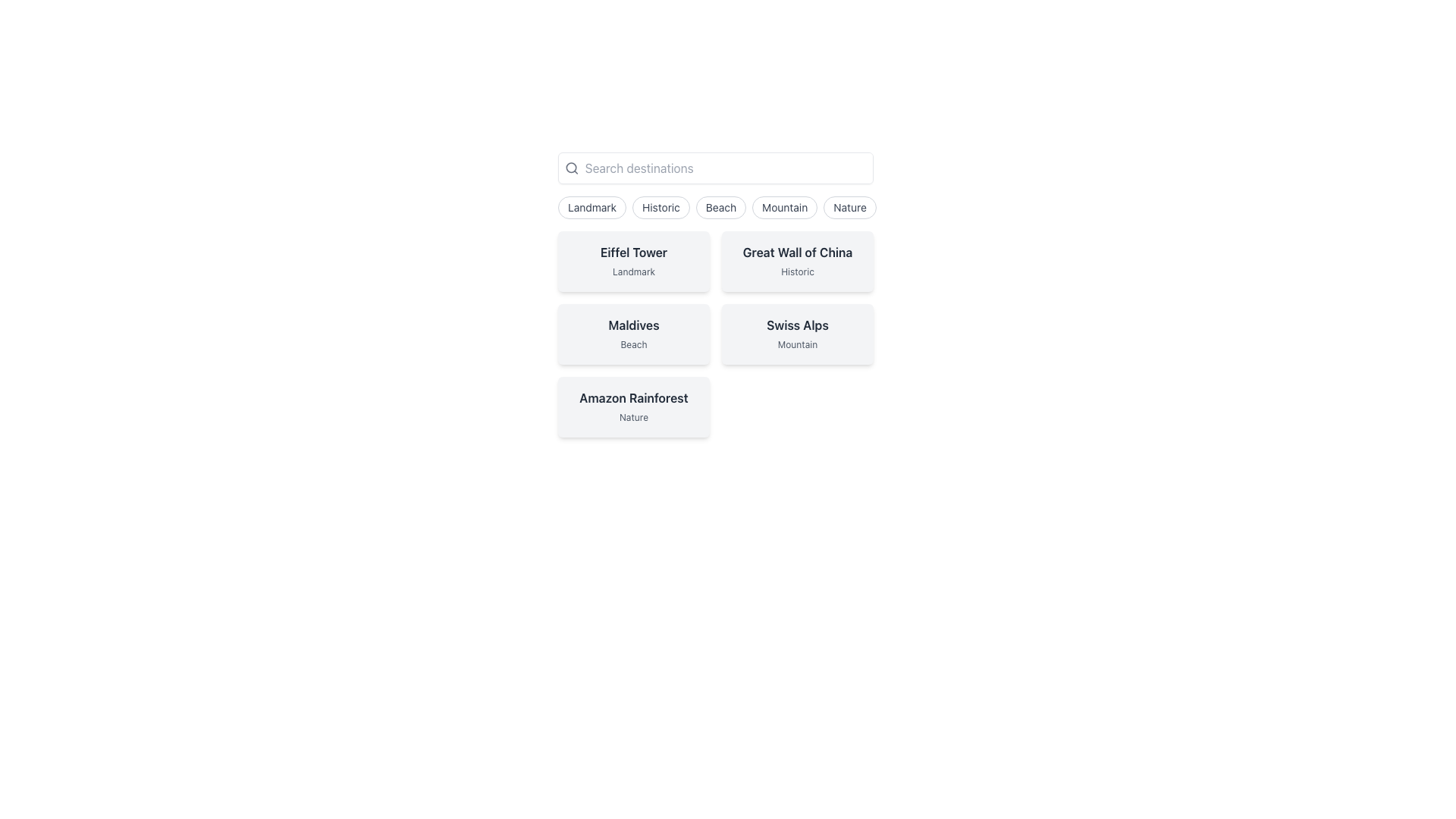 This screenshot has height=819, width=1456. I want to click on the circular base of the search icon, which is part of an SVG representation located at the leftmost point of the search input field in the top section of the user interface, so click(570, 168).